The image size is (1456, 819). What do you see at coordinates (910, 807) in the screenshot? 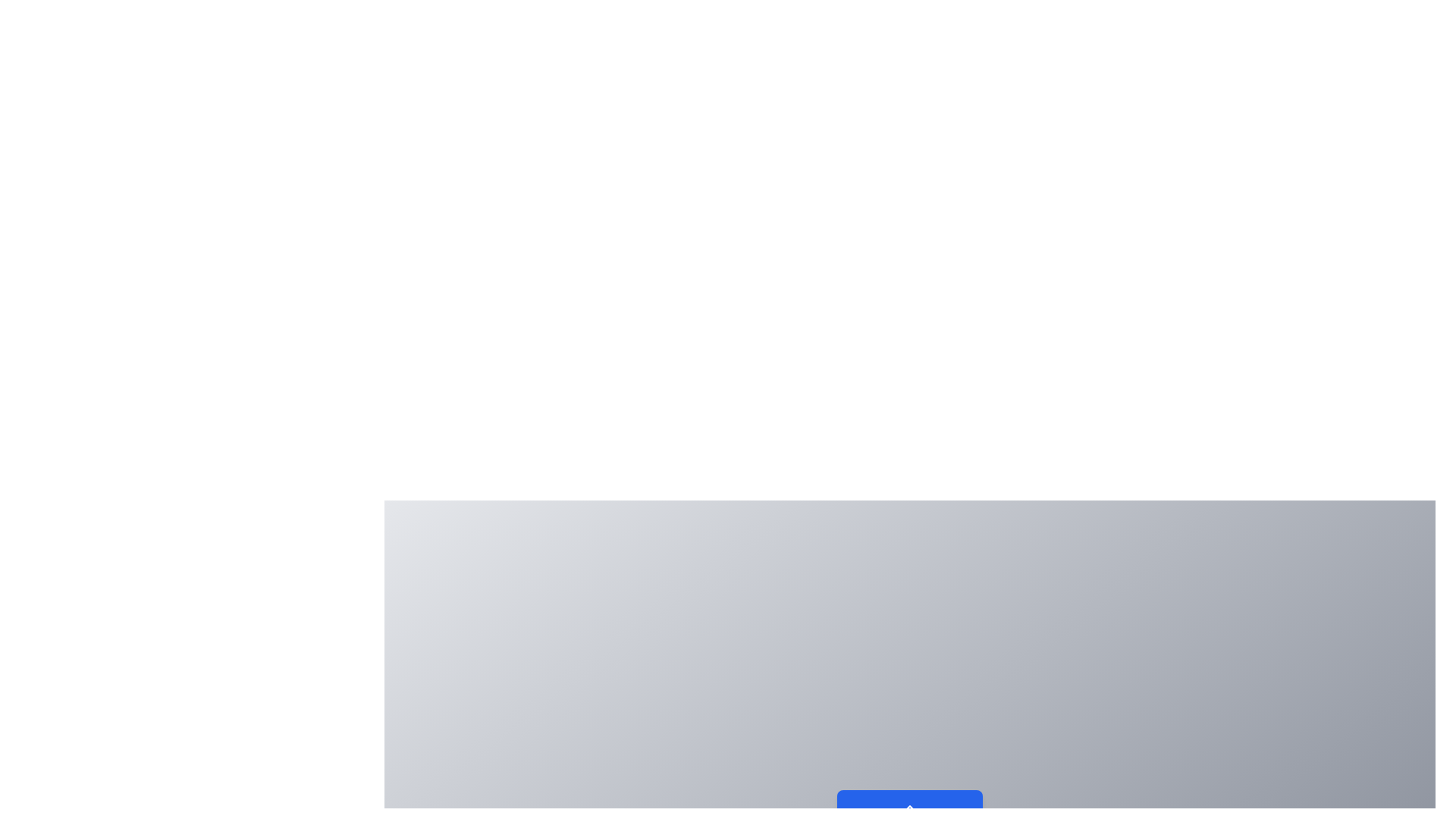
I see `the button containing the 'ChevronUp' icon to collapse the speed dial menu` at bounding box center [910, 807].